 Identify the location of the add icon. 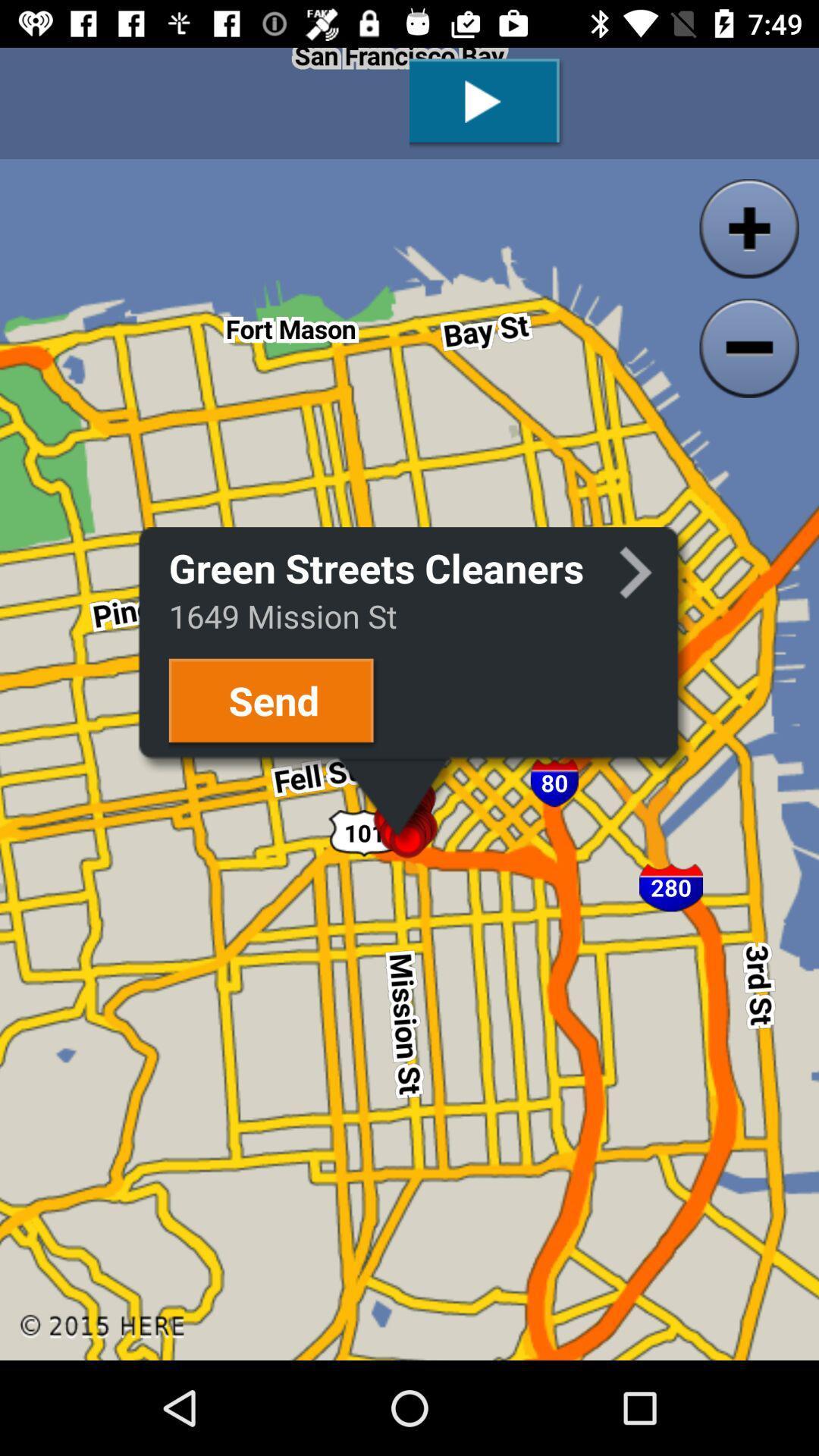
(748, 227).